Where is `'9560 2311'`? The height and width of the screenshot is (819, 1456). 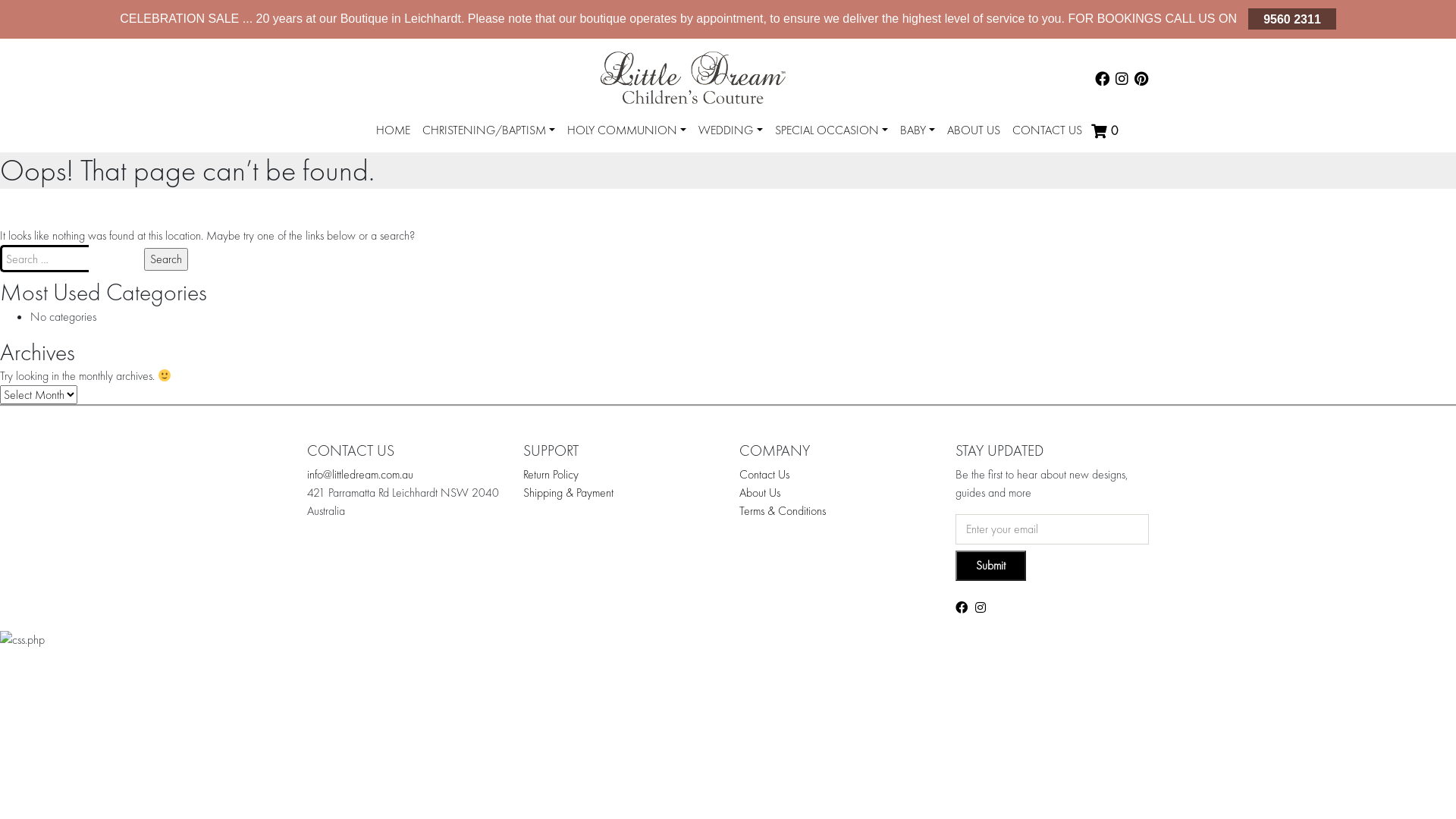
'9560 2311' is located at coordinates (1248, 18).